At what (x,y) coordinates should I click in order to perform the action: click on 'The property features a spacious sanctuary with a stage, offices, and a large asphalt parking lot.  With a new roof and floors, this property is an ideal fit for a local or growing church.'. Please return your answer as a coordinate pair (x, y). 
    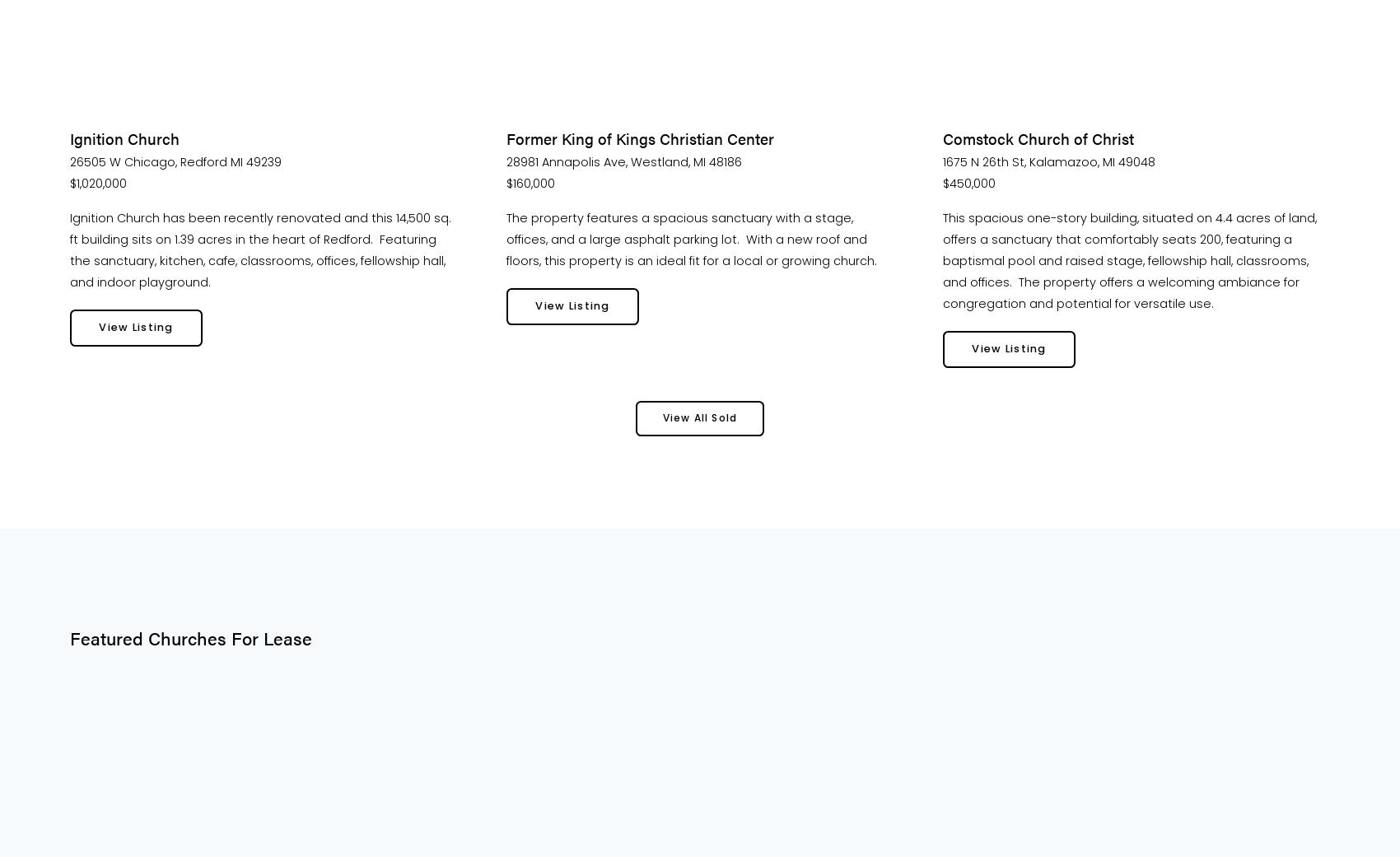
    Looking at the image, I should click on (690, 238).